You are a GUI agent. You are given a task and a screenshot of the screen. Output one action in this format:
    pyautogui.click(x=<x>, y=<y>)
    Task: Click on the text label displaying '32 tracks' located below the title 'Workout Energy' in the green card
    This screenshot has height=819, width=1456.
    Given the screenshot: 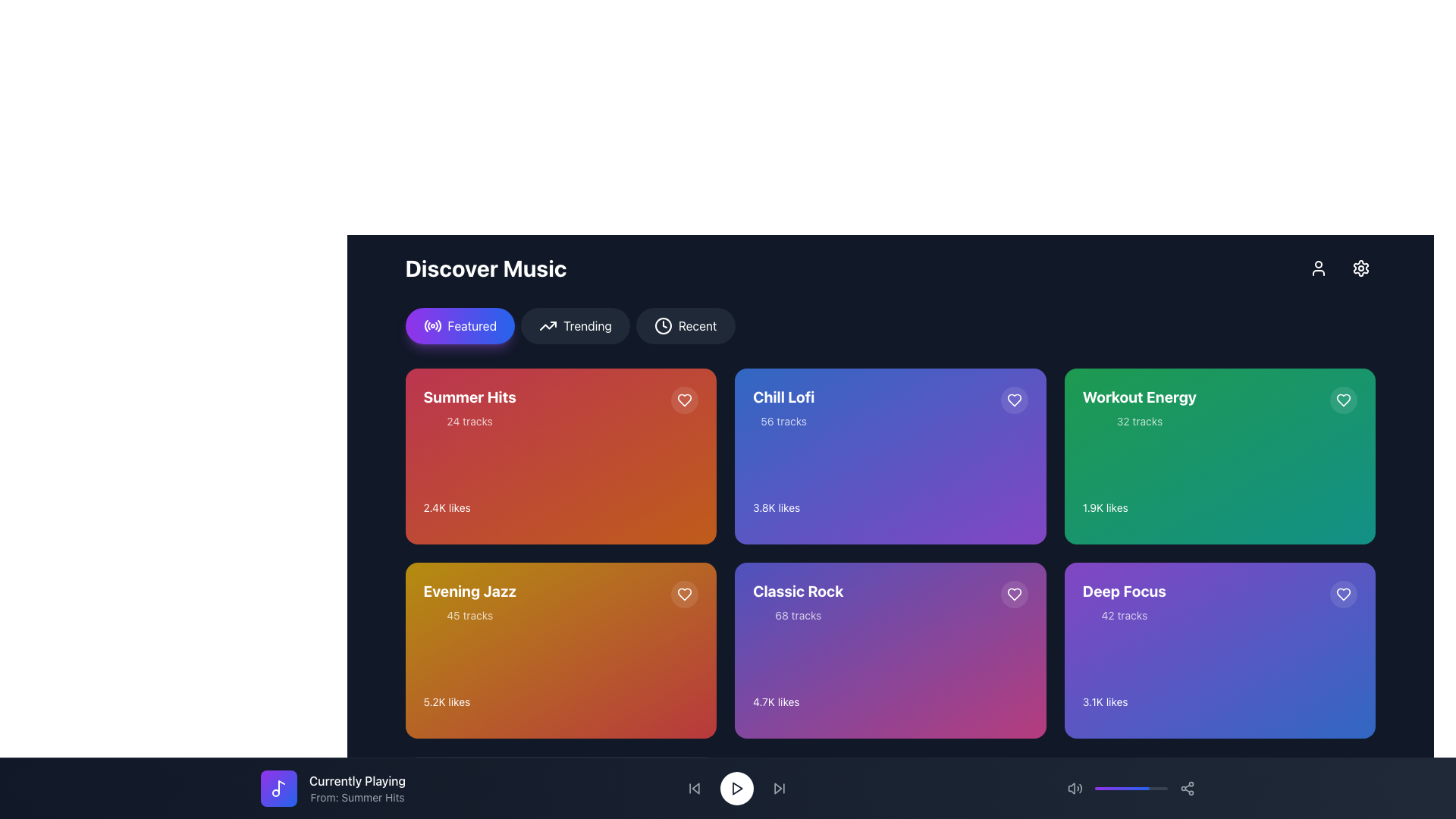 What is the action you would take?
    pyautogui.click(x=1139, y=421)
    